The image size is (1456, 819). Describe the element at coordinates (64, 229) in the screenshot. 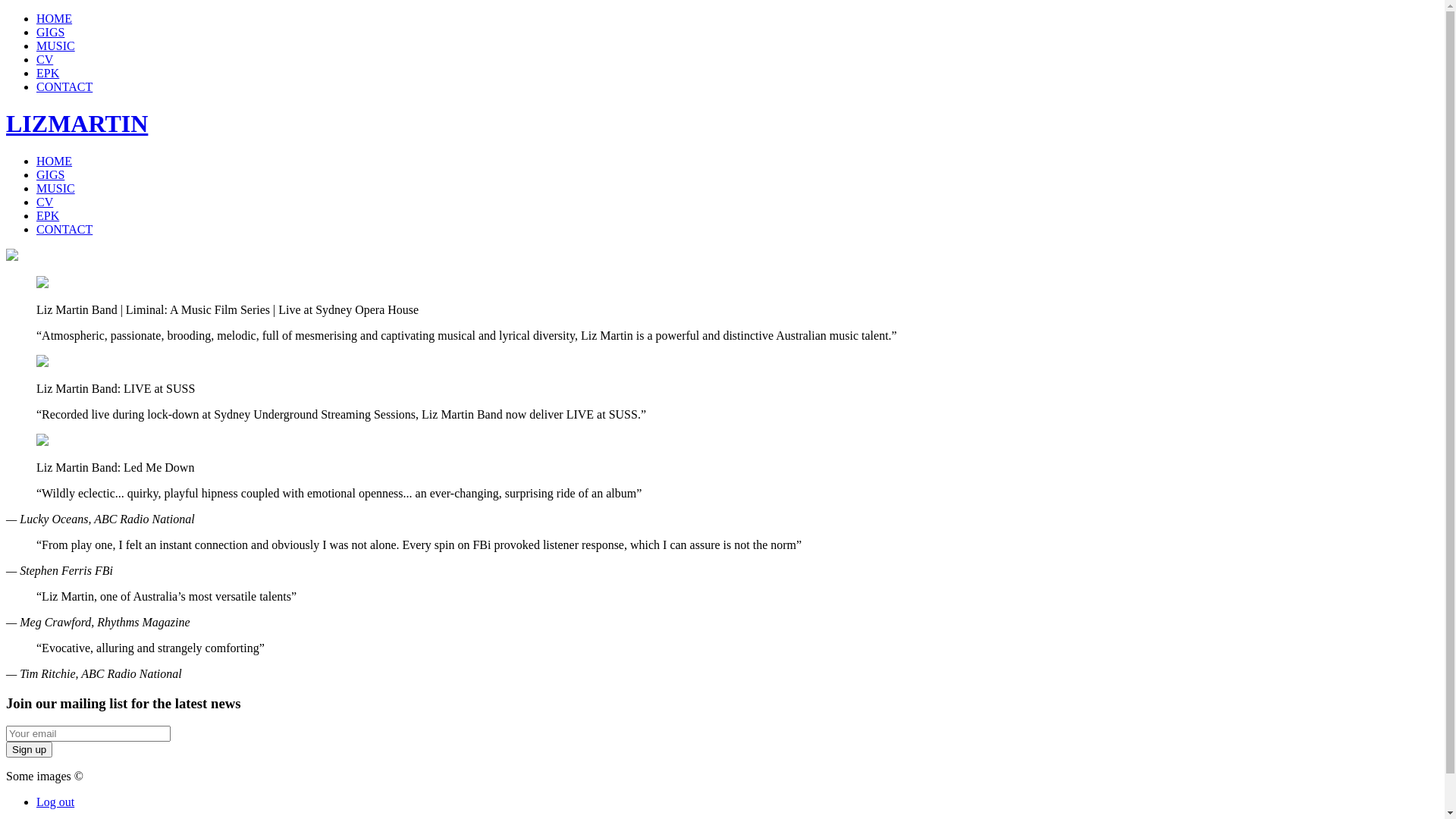

I see `'CONTACT'` at that location.